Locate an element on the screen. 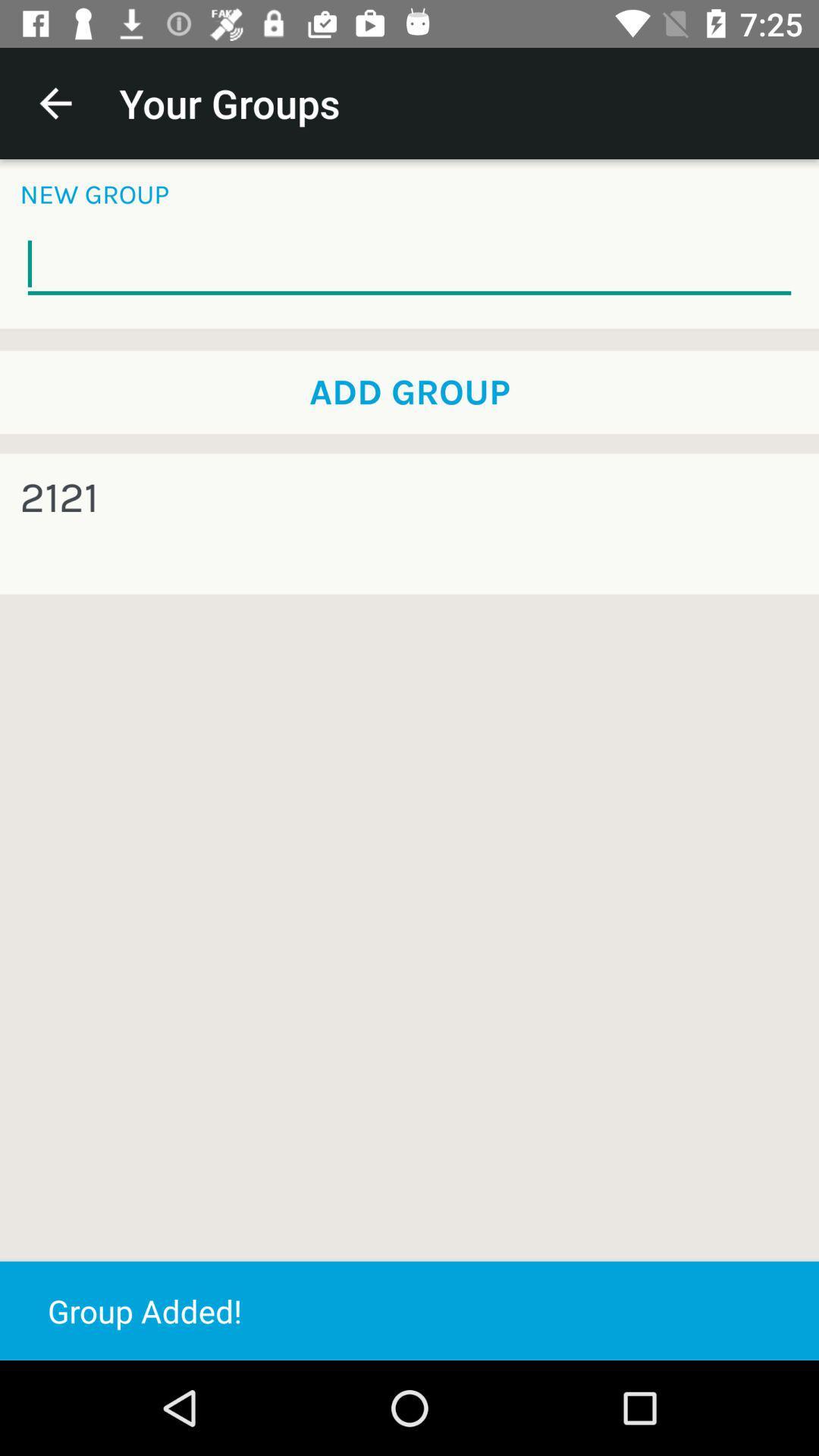 The image size is (819, 1456). the icon below the add group item is located at coordinates (58, 498).